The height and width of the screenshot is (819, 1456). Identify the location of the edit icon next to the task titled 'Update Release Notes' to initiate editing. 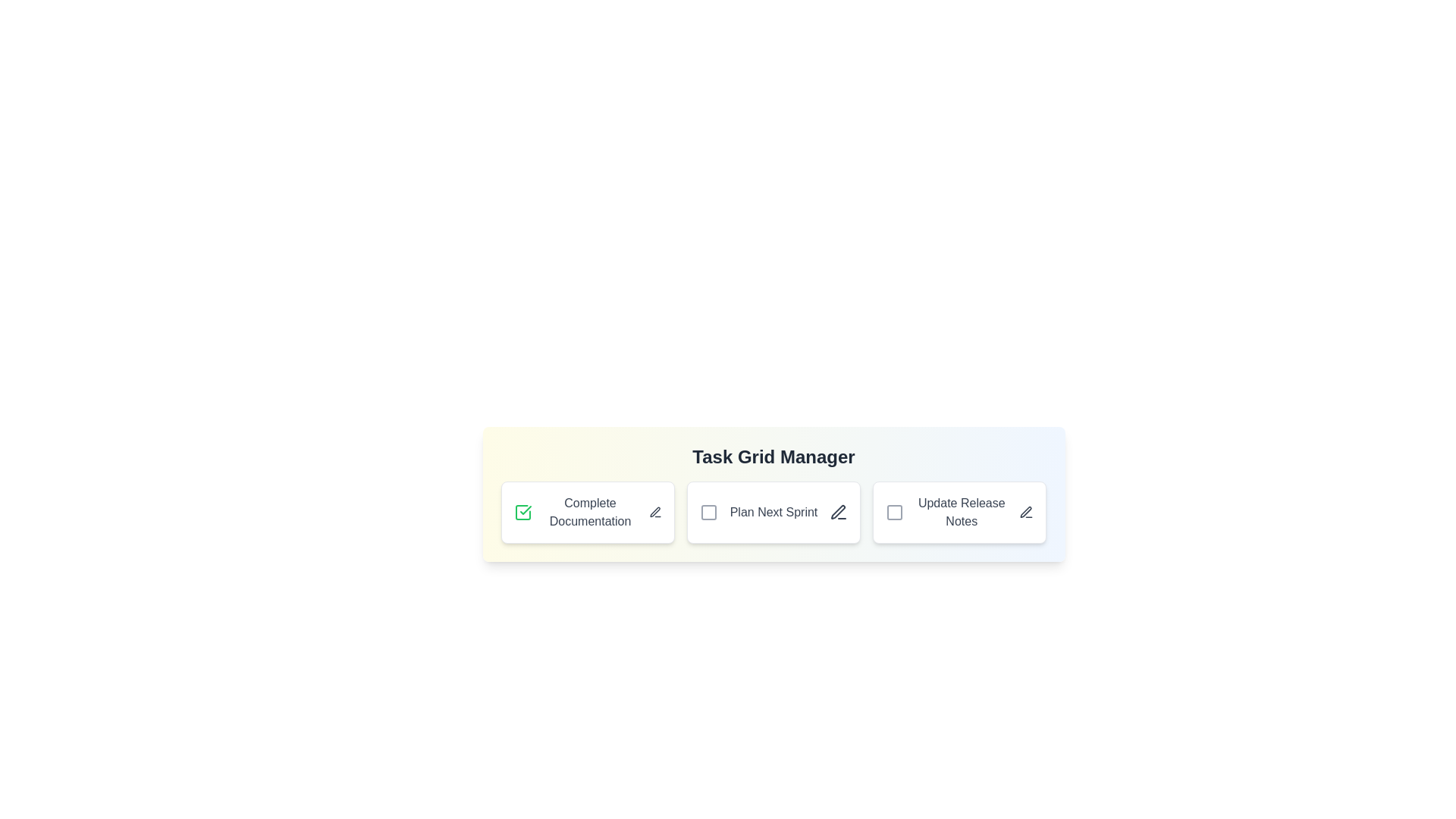
(1026, 512).